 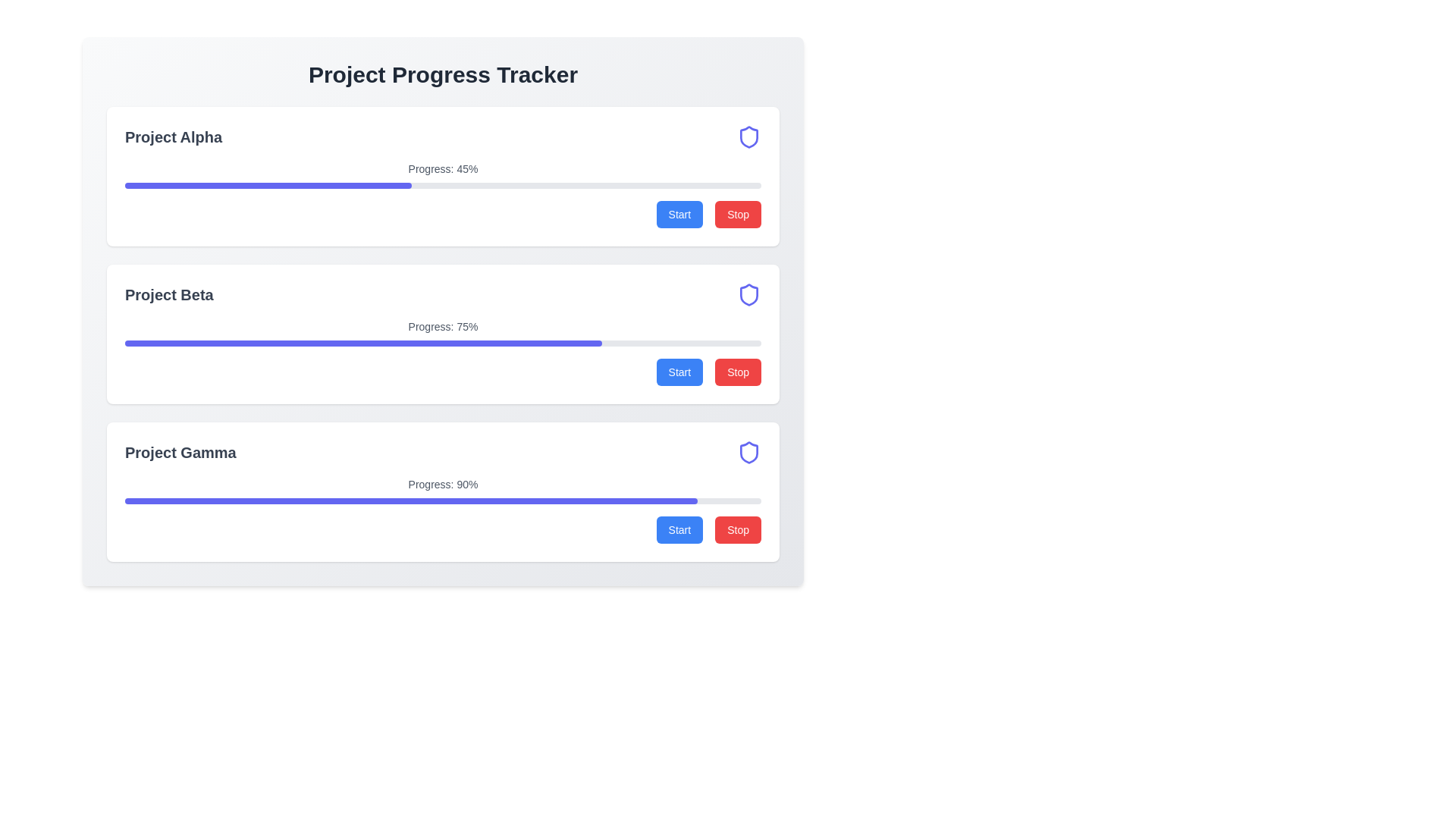 I want to click on the progress level of the 'Project Alpha' progress bar segment, which indicates 45% progress in the top progress display area, so click(x=268, y=185).